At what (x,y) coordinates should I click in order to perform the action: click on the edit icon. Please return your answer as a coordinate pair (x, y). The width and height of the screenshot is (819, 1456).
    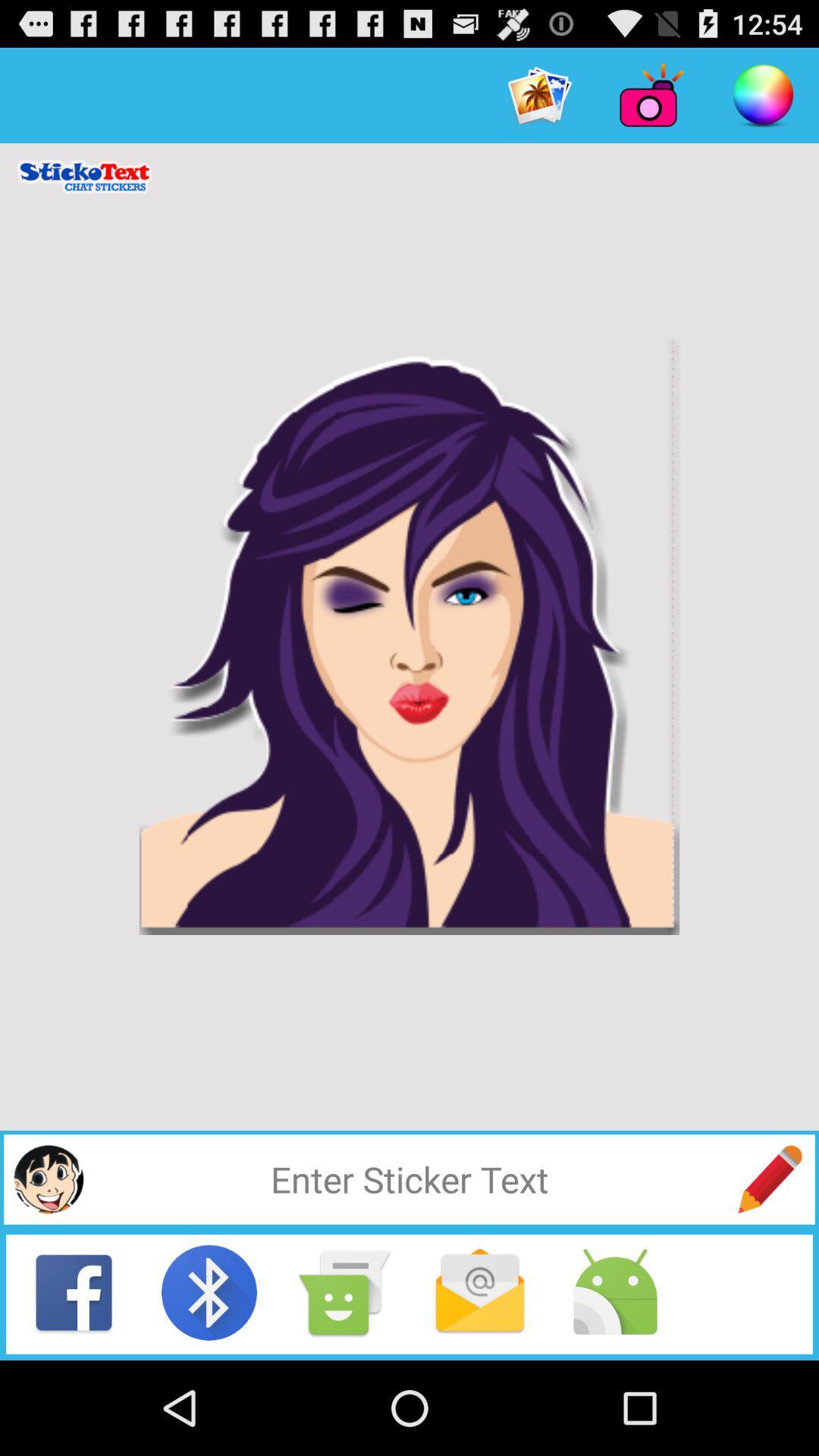
    Looking at the image, I should click on (770, 1262).